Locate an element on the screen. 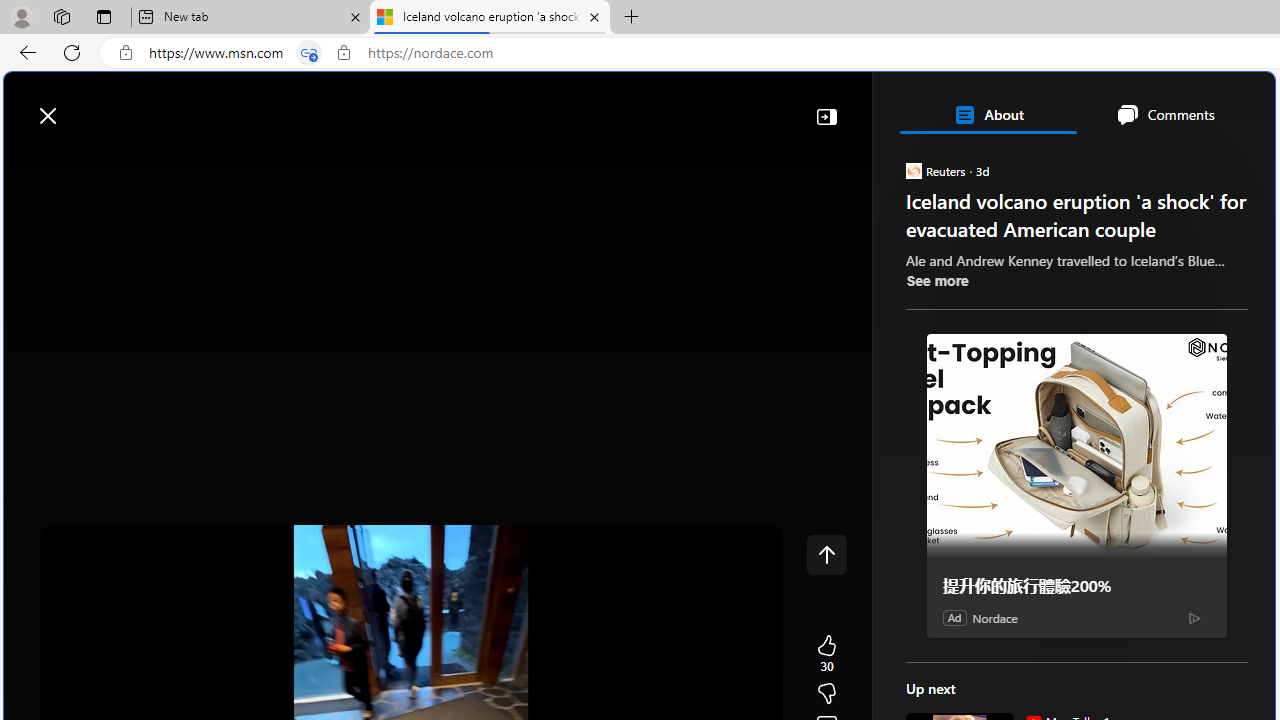 The width and height of the screenshot is (1280, 720). 'Reuters' is located at coordinates (912, 169).